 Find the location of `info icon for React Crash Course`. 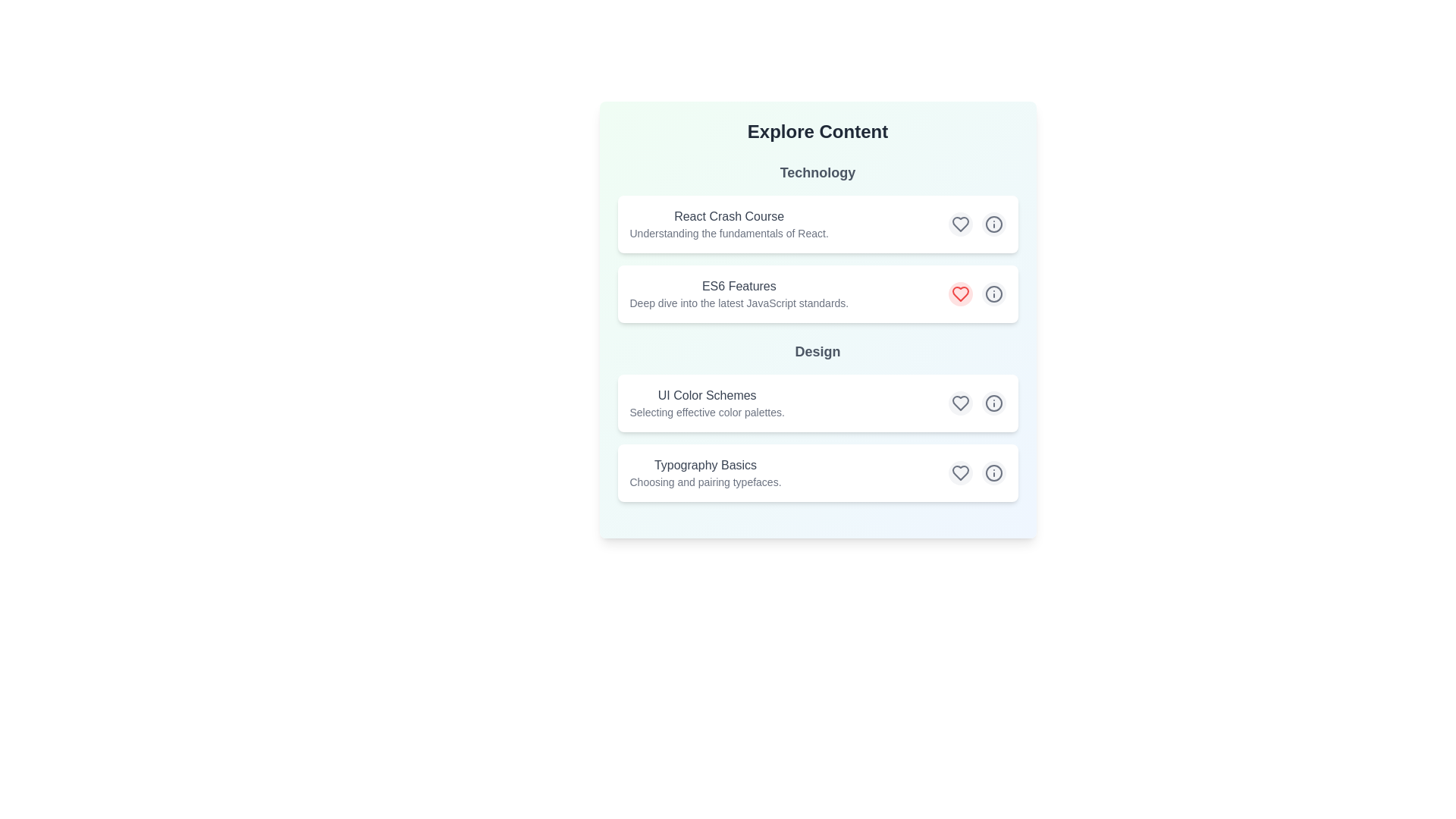

info icon for React Crash Course is located at coordinates (993, 224).